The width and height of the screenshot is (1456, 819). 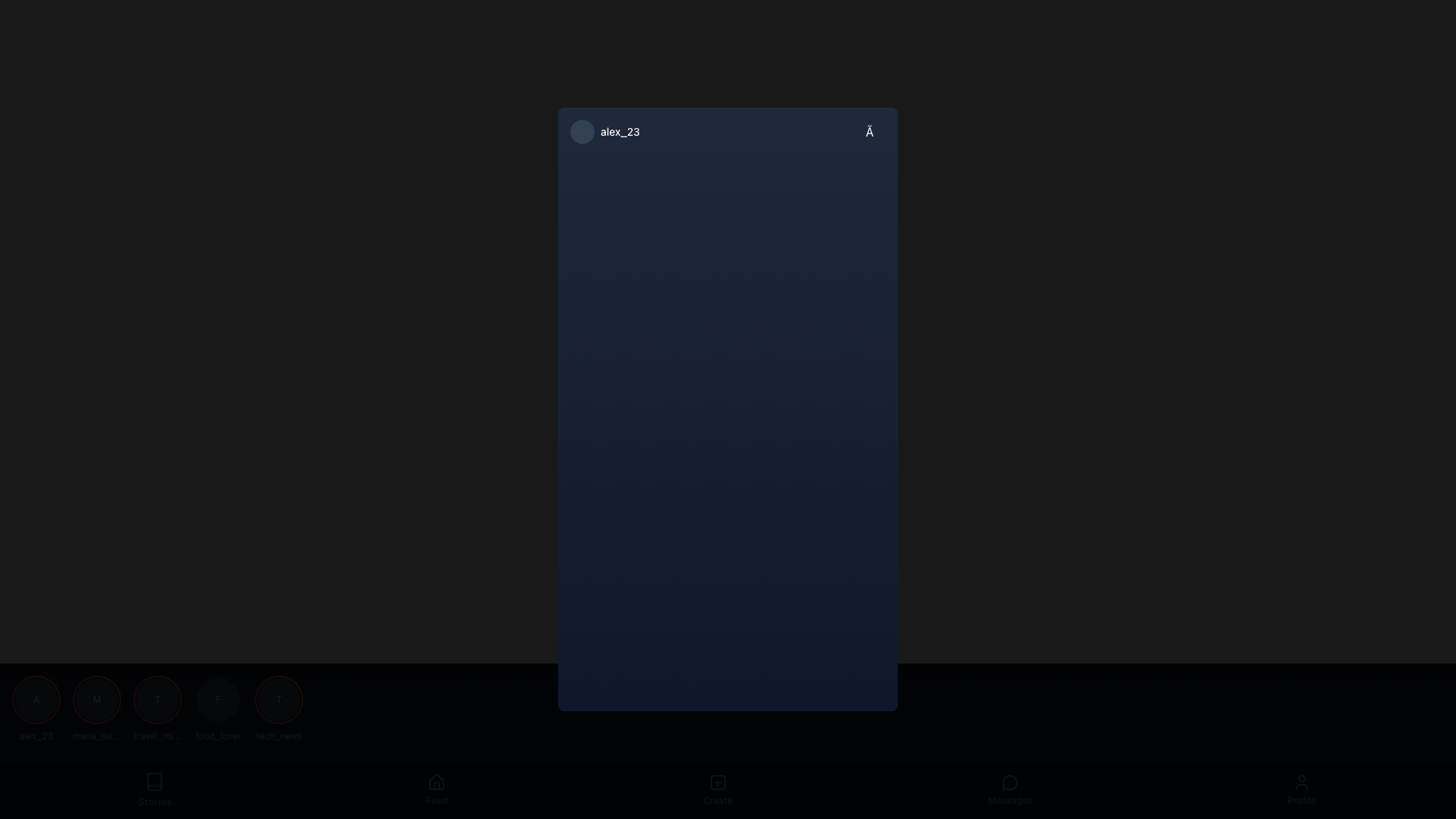 I want to click on the close button represented by a white '×' symbol on a dark background, located in the upper-right corner next to the username 'alex_23', so click(x=875, y=130).